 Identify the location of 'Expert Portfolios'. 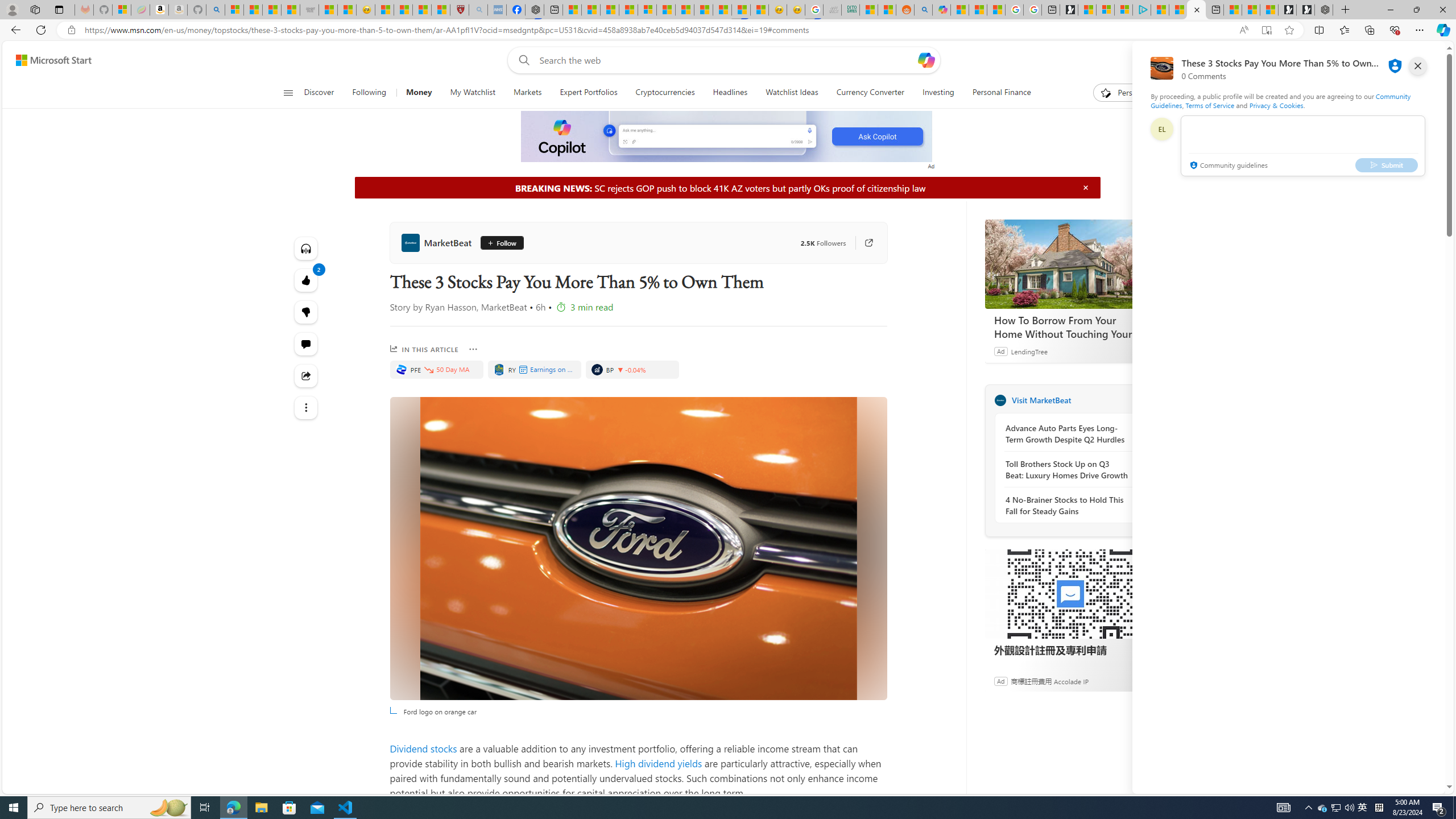
(588, 92).